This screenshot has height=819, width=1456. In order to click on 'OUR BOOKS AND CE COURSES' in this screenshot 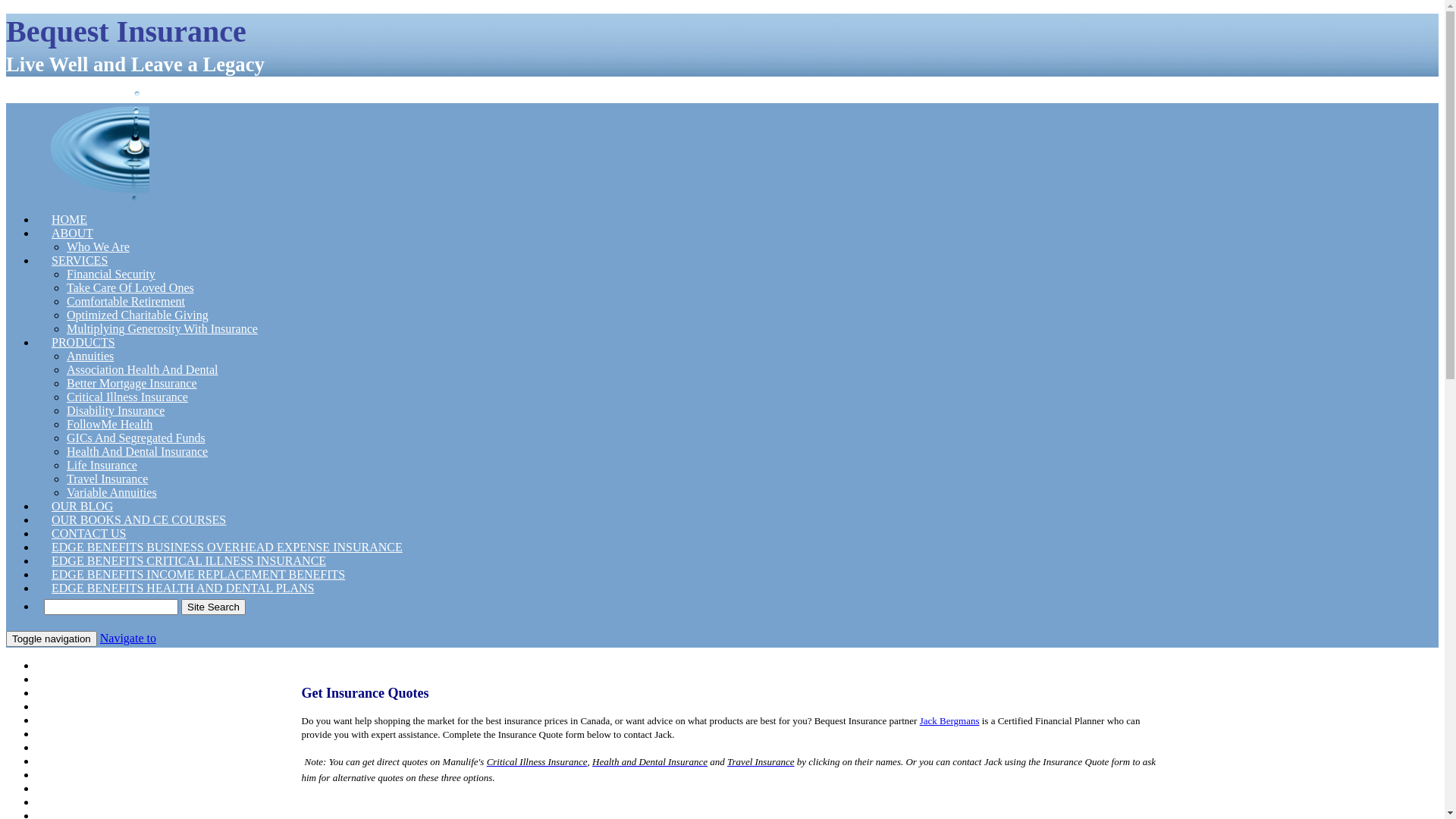, I will do `click(138, 519)`.